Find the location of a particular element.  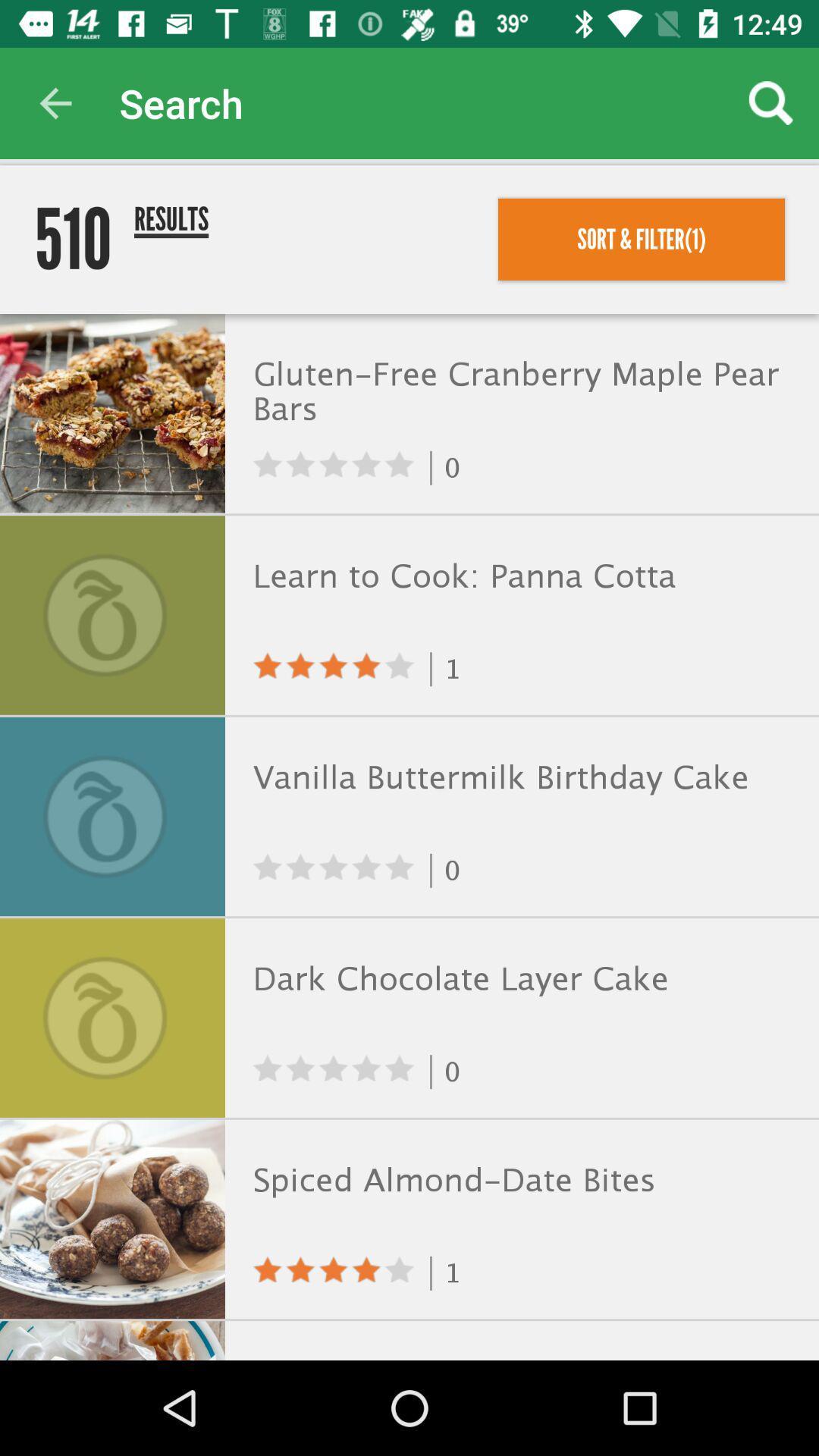

the sort & filter(1) item is located at coordinates (641, 238).